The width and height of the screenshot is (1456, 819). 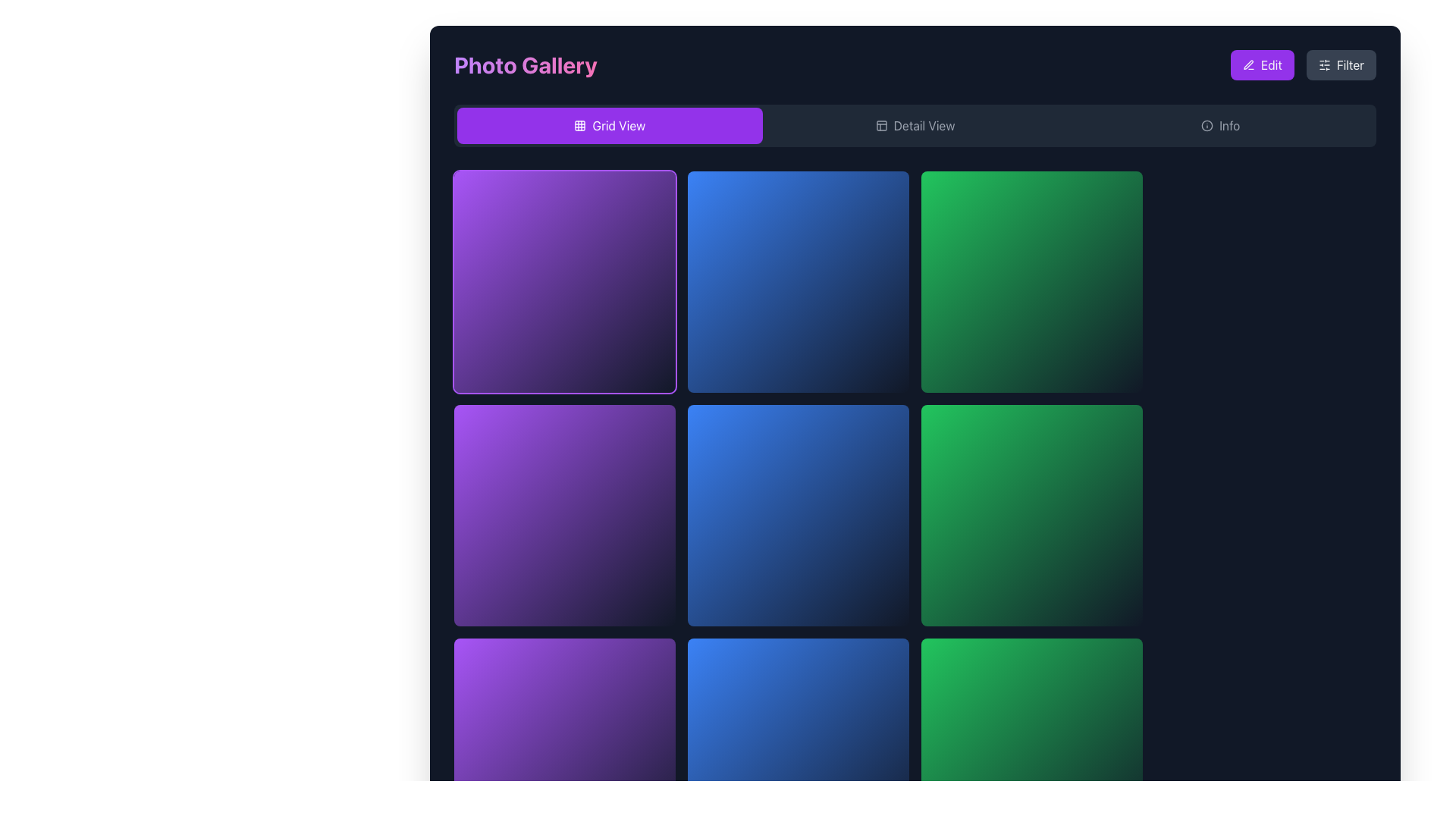 What do you see at coordinates (1248, 64) in the screenshot?
I see `the SVG graphic icon integrated into the purple 'Edit' button located at the top-right corner of the application interface` at bounding box center [1248, 64].